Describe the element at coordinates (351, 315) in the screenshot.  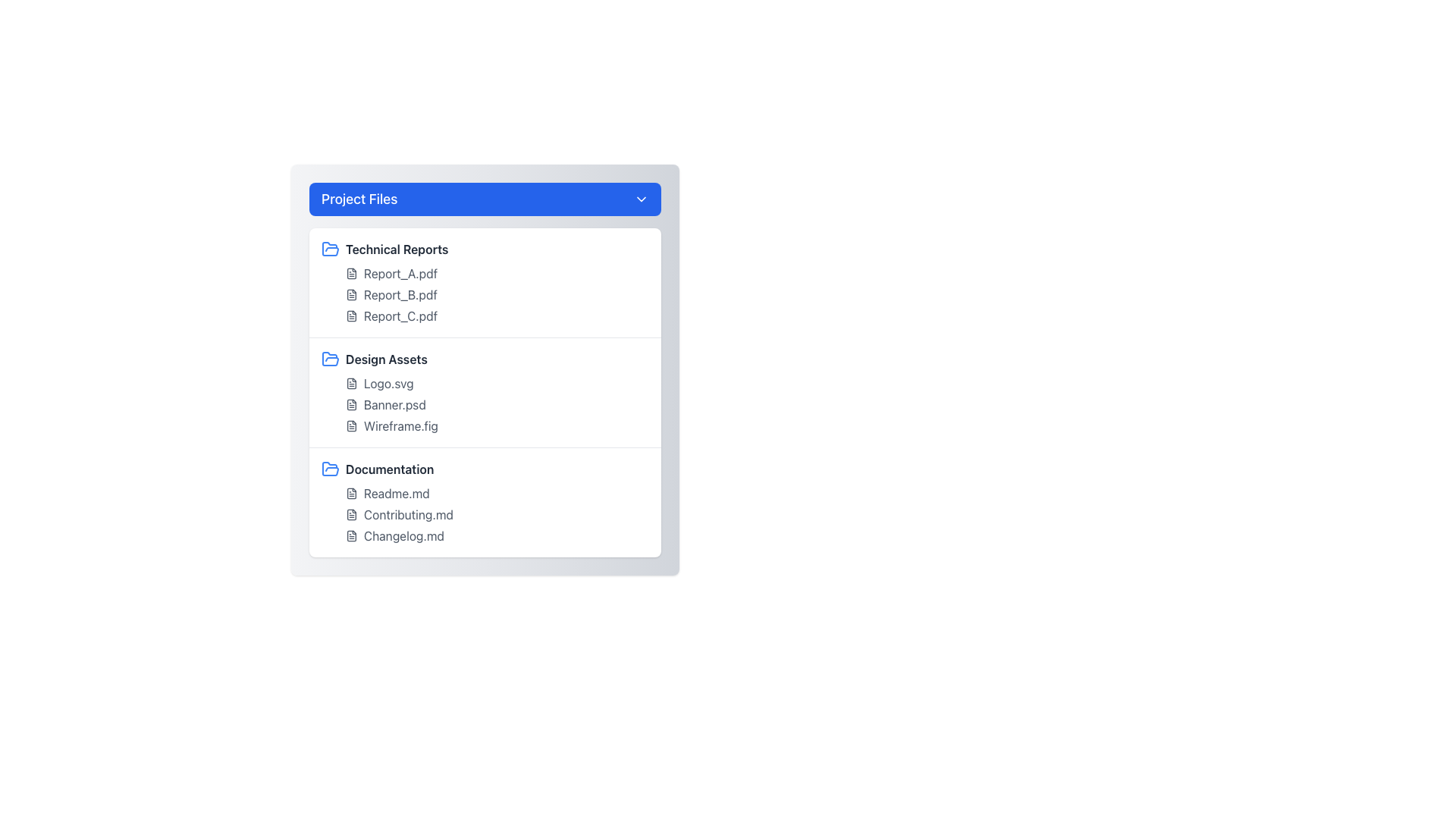
I see `the file icon representing 'Report_C.pdf' located to the left of the text in the 'Technical Reports' list under the 'Project Files' panel` at that location.